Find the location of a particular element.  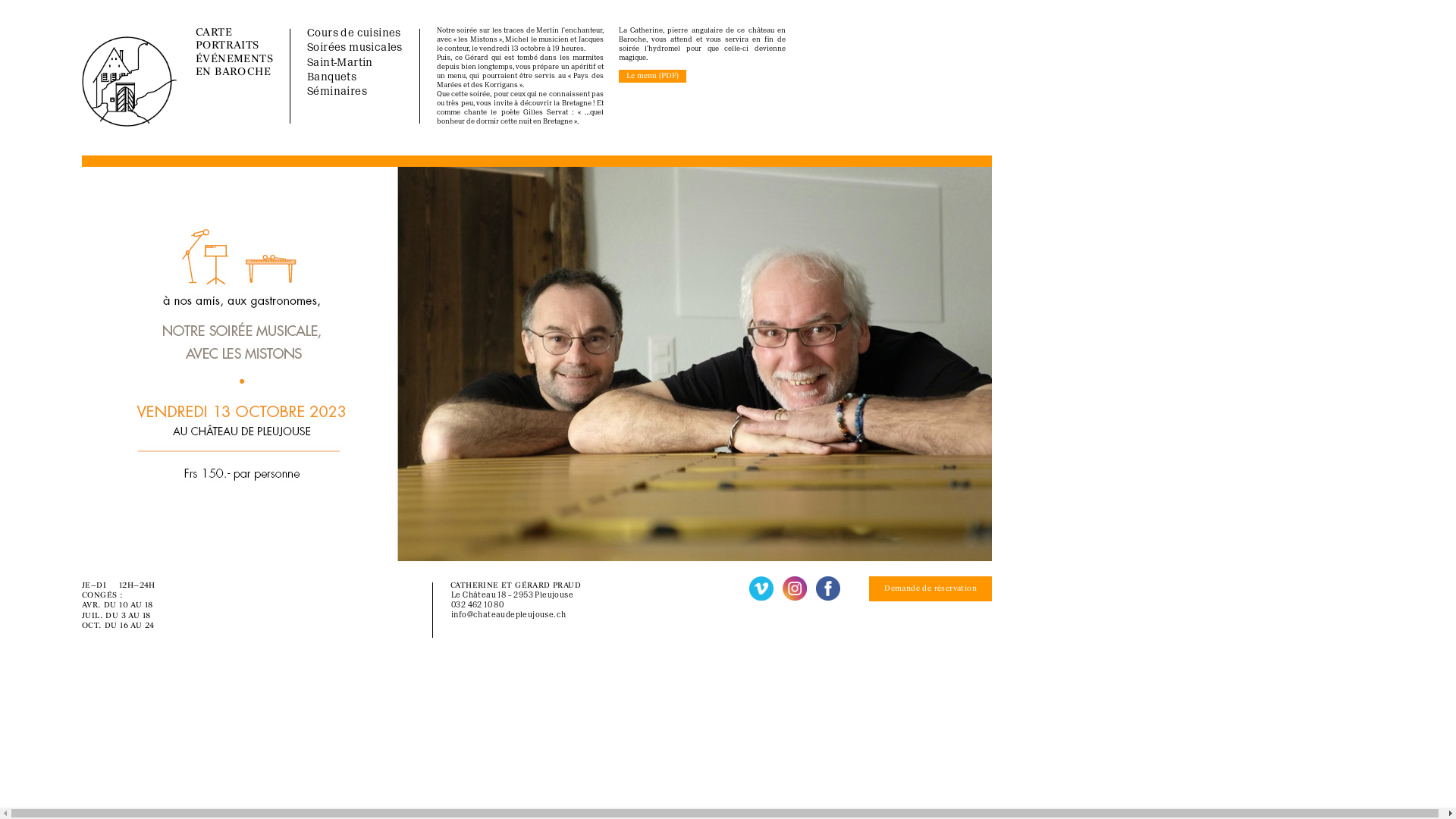

'CARTE' is located at coordinates (213, 33).